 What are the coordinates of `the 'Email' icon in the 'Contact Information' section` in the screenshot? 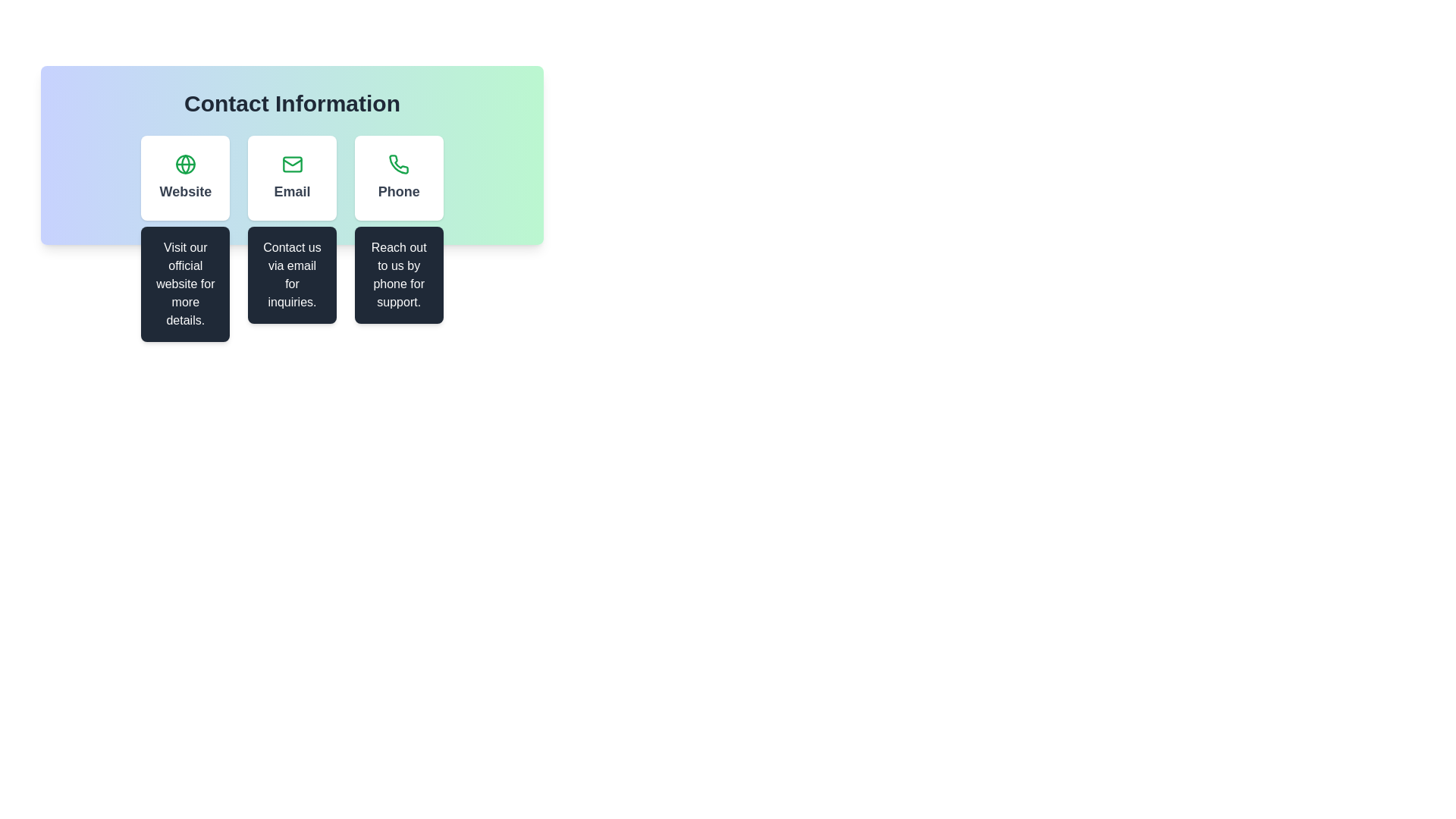 It's located at (292, 164).